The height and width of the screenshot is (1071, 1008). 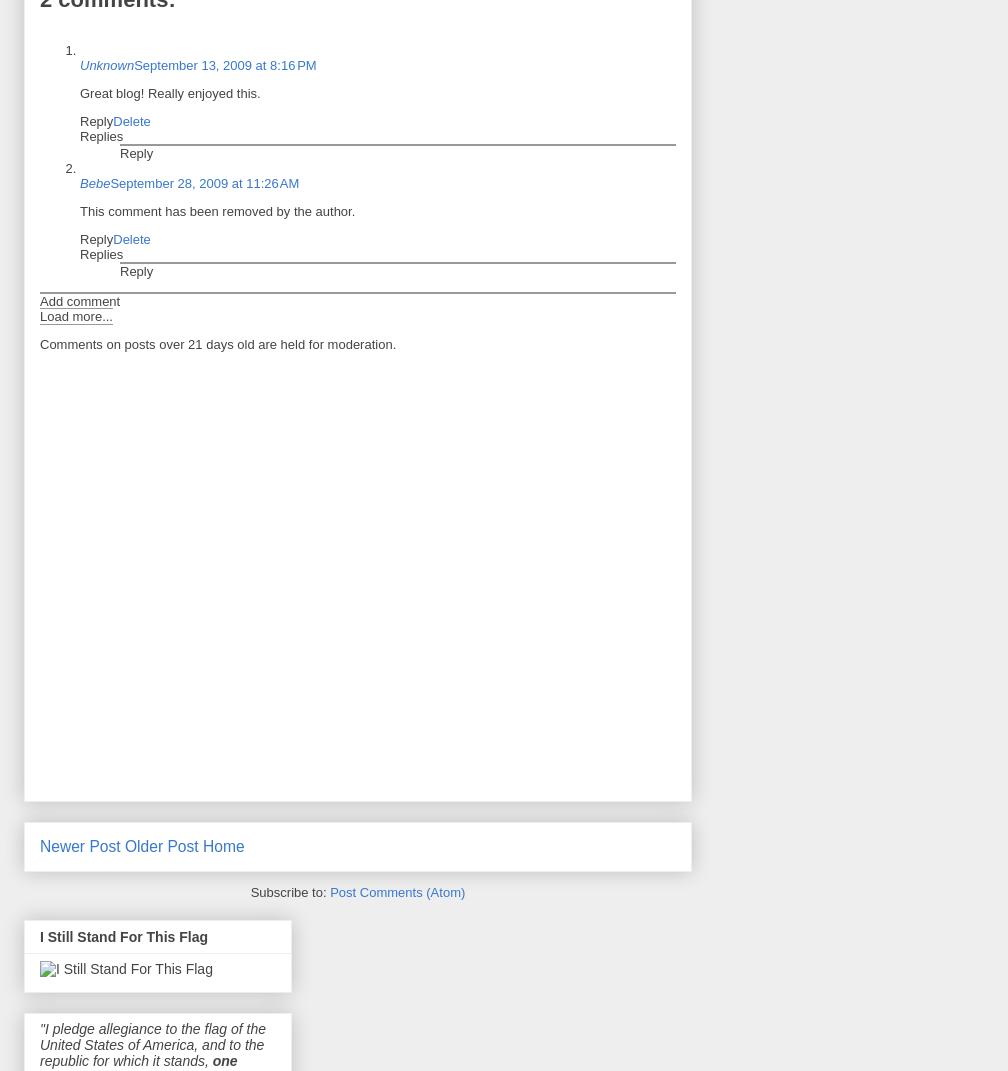 I want to click on 'September 13, 2009 at 8:16 PM', so click(x=224, y=63).